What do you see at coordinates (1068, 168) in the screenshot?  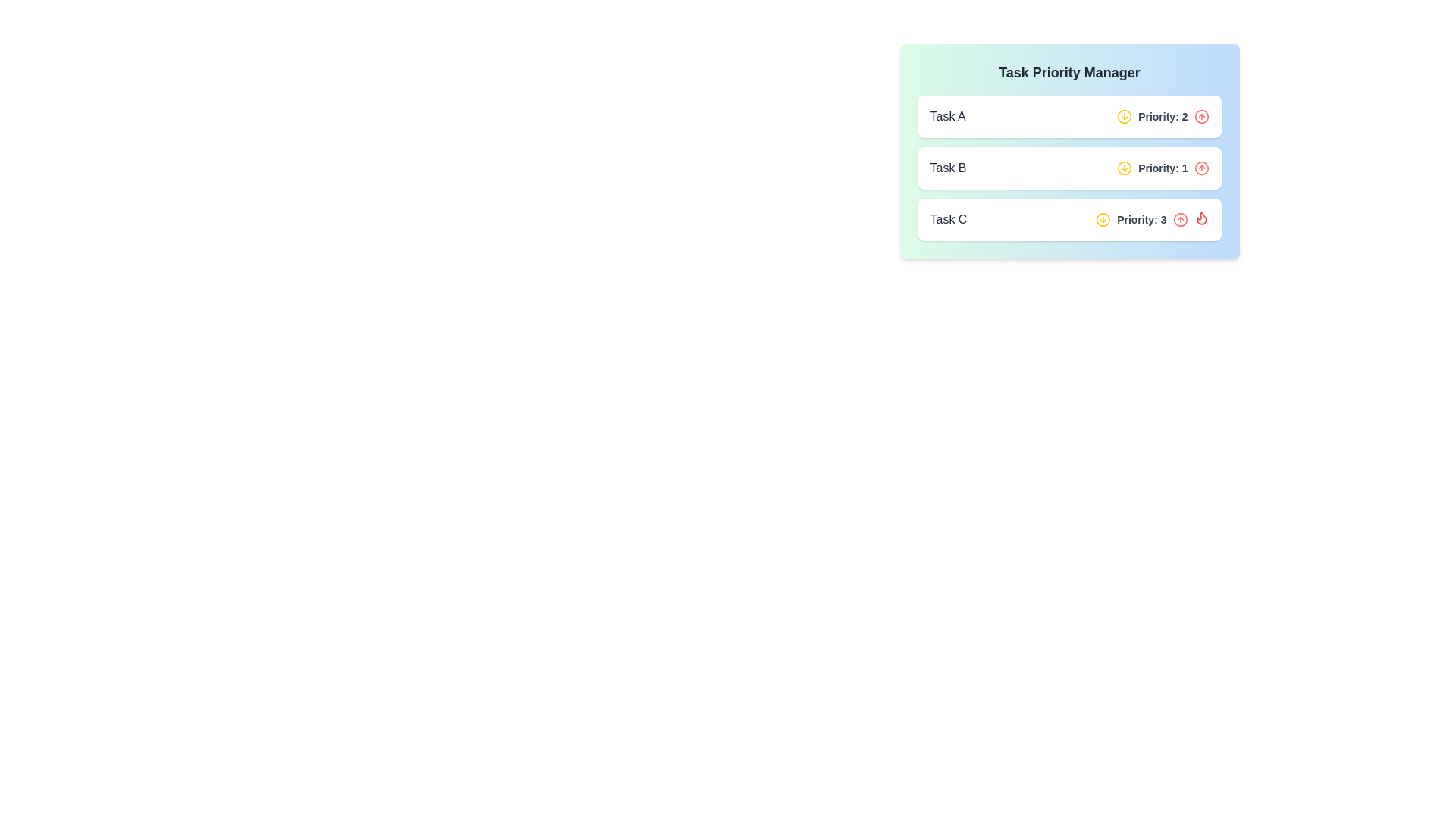 I see `the second row of the task list` at bounding box center [1068, 168].